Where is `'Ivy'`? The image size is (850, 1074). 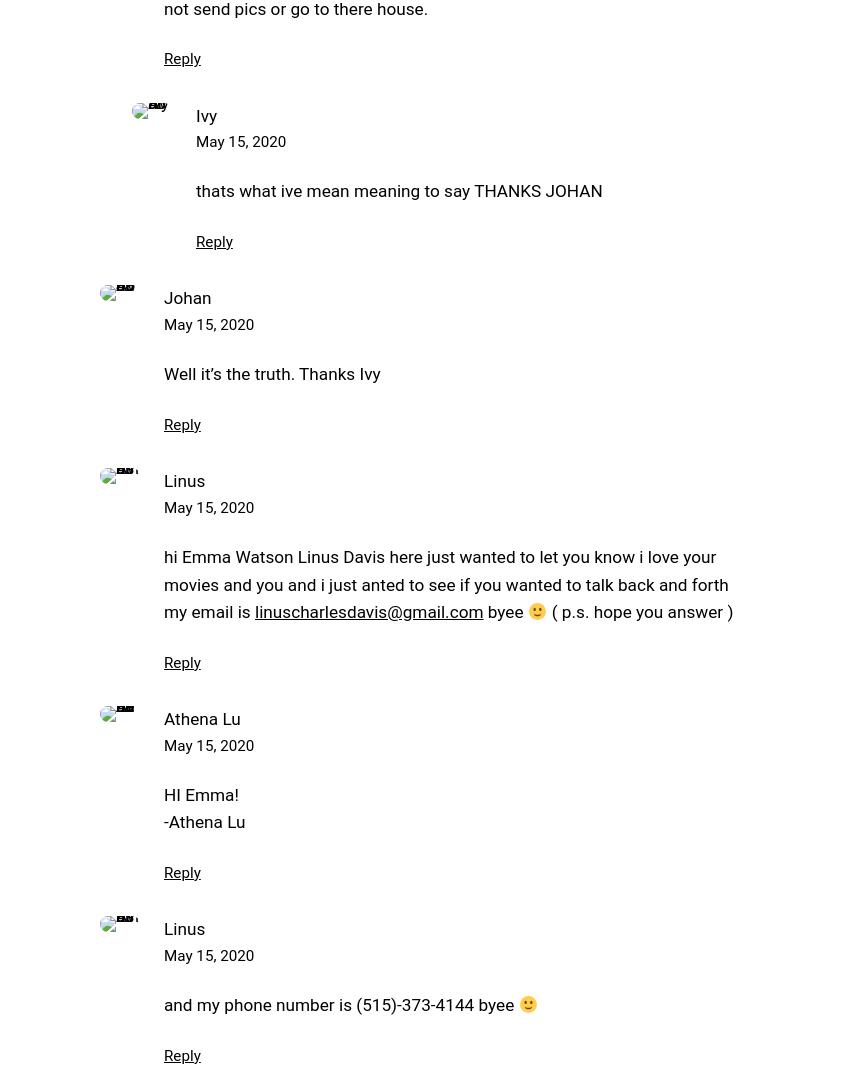
'Ivy' is located at coordinates (205, 114).